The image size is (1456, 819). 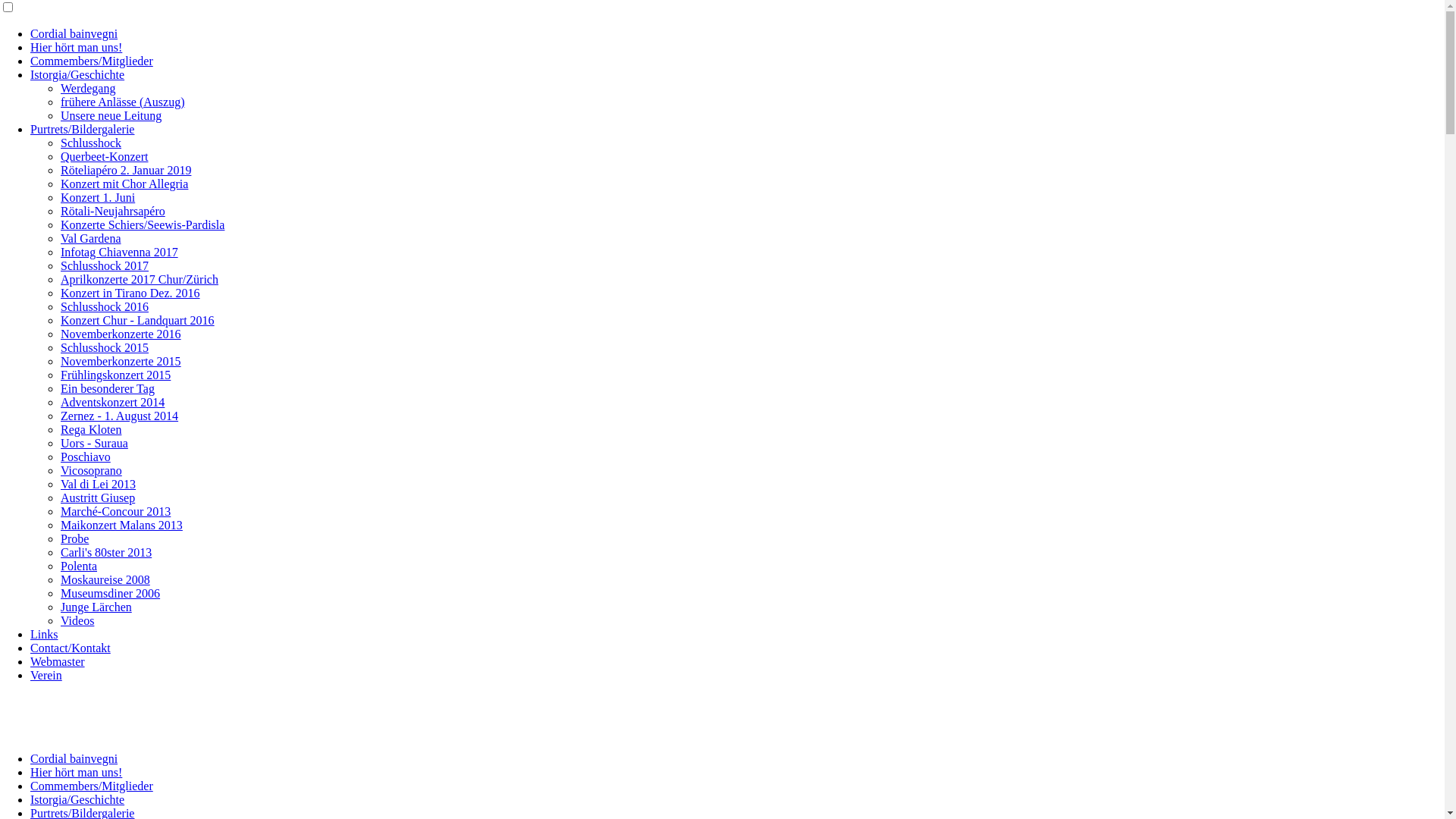 What do you see at coordinates (74, 538) in the screenshot?
I see `'Probe'` at bounding box center [74, 538].